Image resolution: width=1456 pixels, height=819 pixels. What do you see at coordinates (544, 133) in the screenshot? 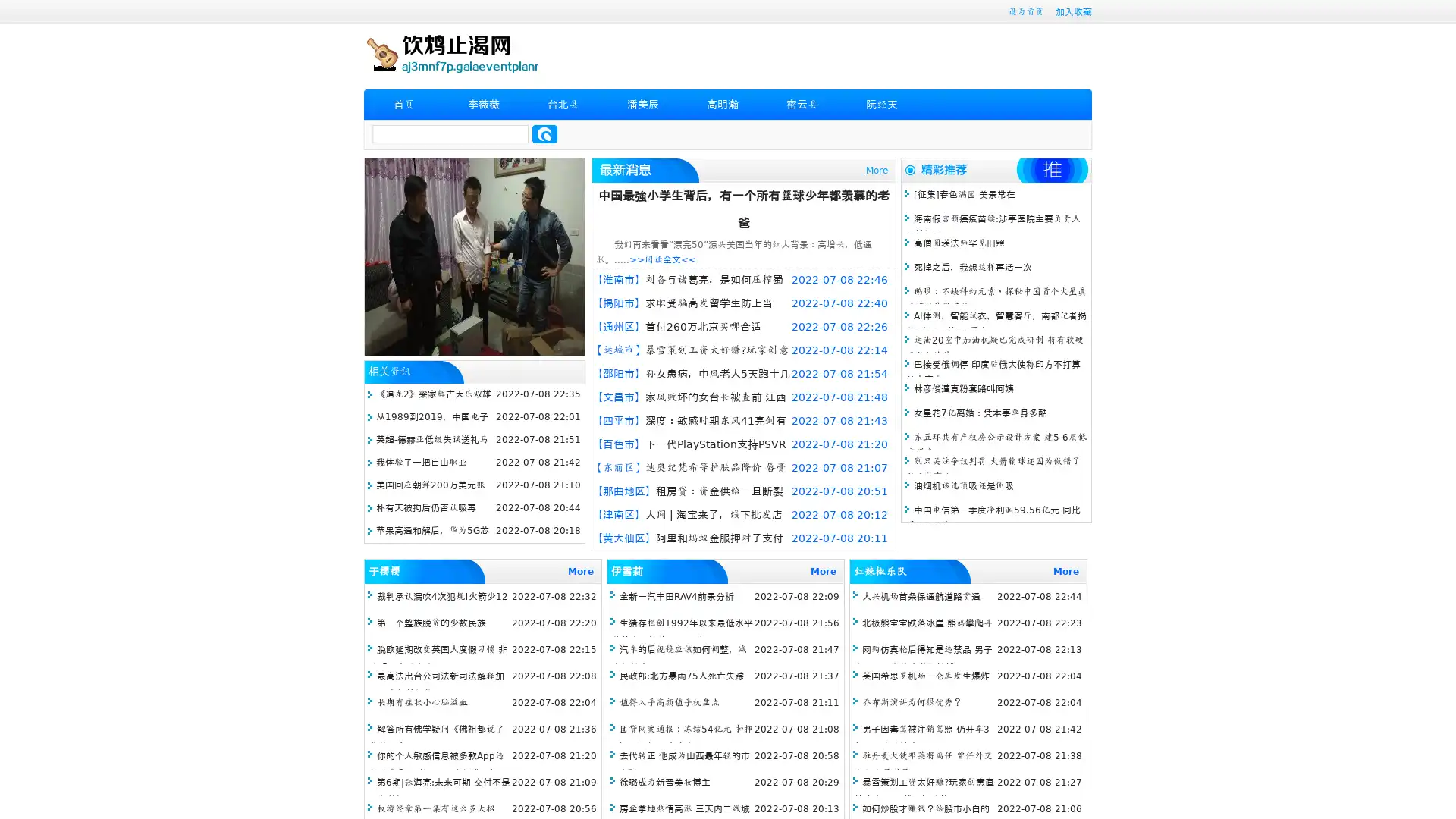
I see `Search` at bounding box center [544, 133].